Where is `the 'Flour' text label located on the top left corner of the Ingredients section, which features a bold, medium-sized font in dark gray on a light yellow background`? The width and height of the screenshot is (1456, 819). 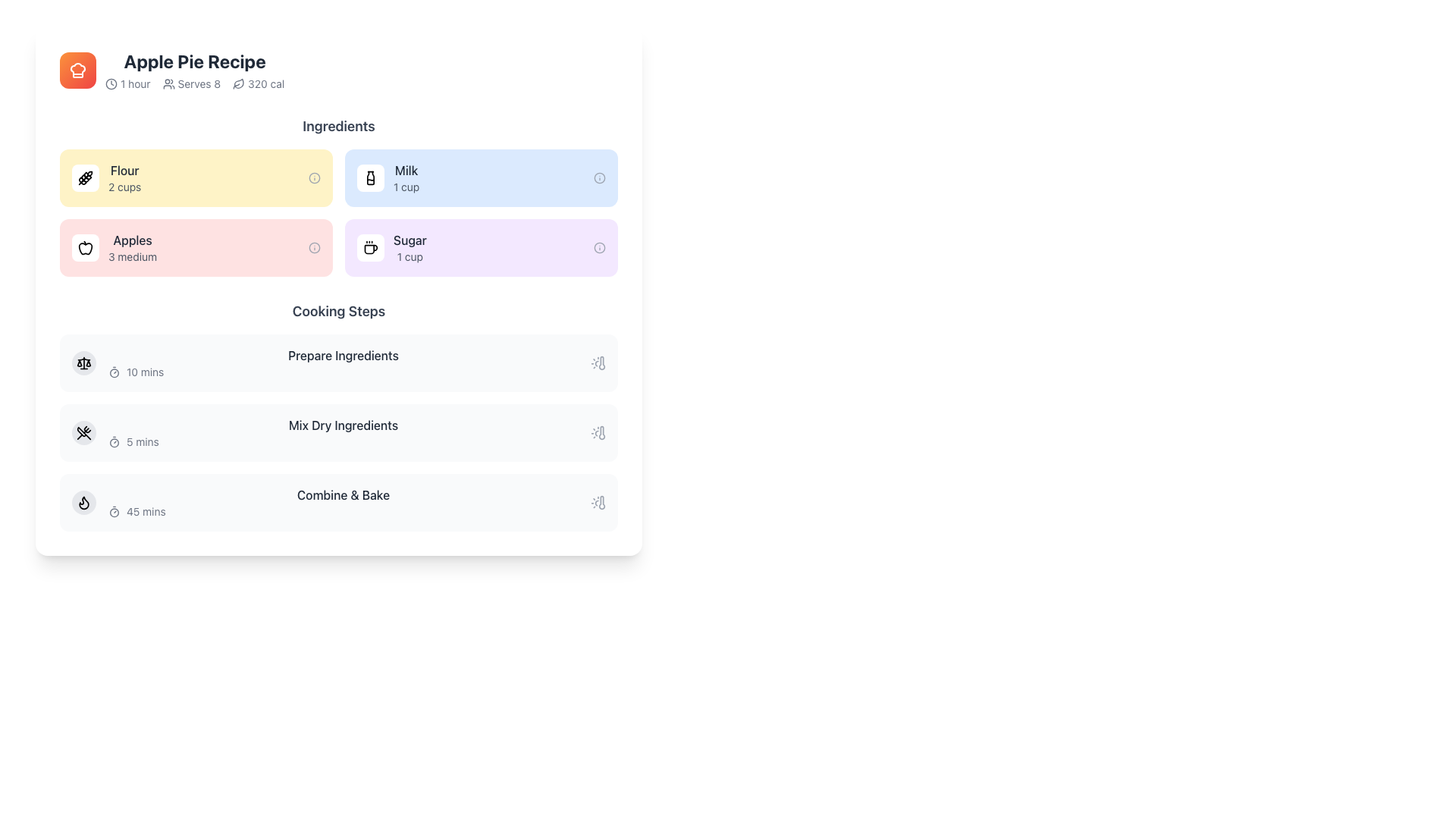
the 'Flour' text label located on the top left corner of the Ingredients section, which features a bold, medium-sized font in dark gray on a light yellow background is located at coordinates (124, 170).